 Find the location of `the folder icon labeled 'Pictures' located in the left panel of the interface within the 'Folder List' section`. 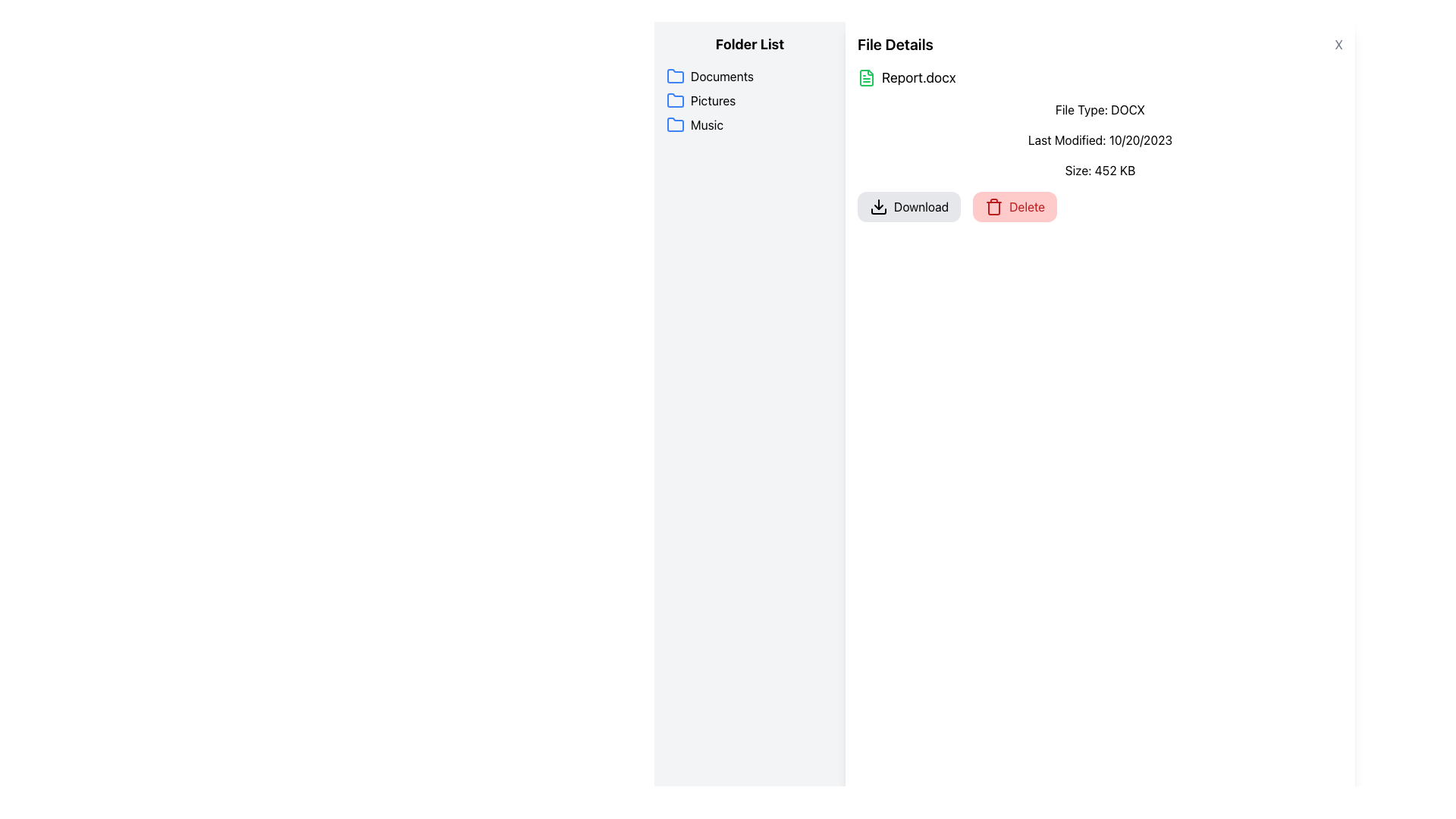

the folder icon labeled 'Pictures' located in the left panel of the interface within the 'Folder List' section is located at coordinates (675, 100).